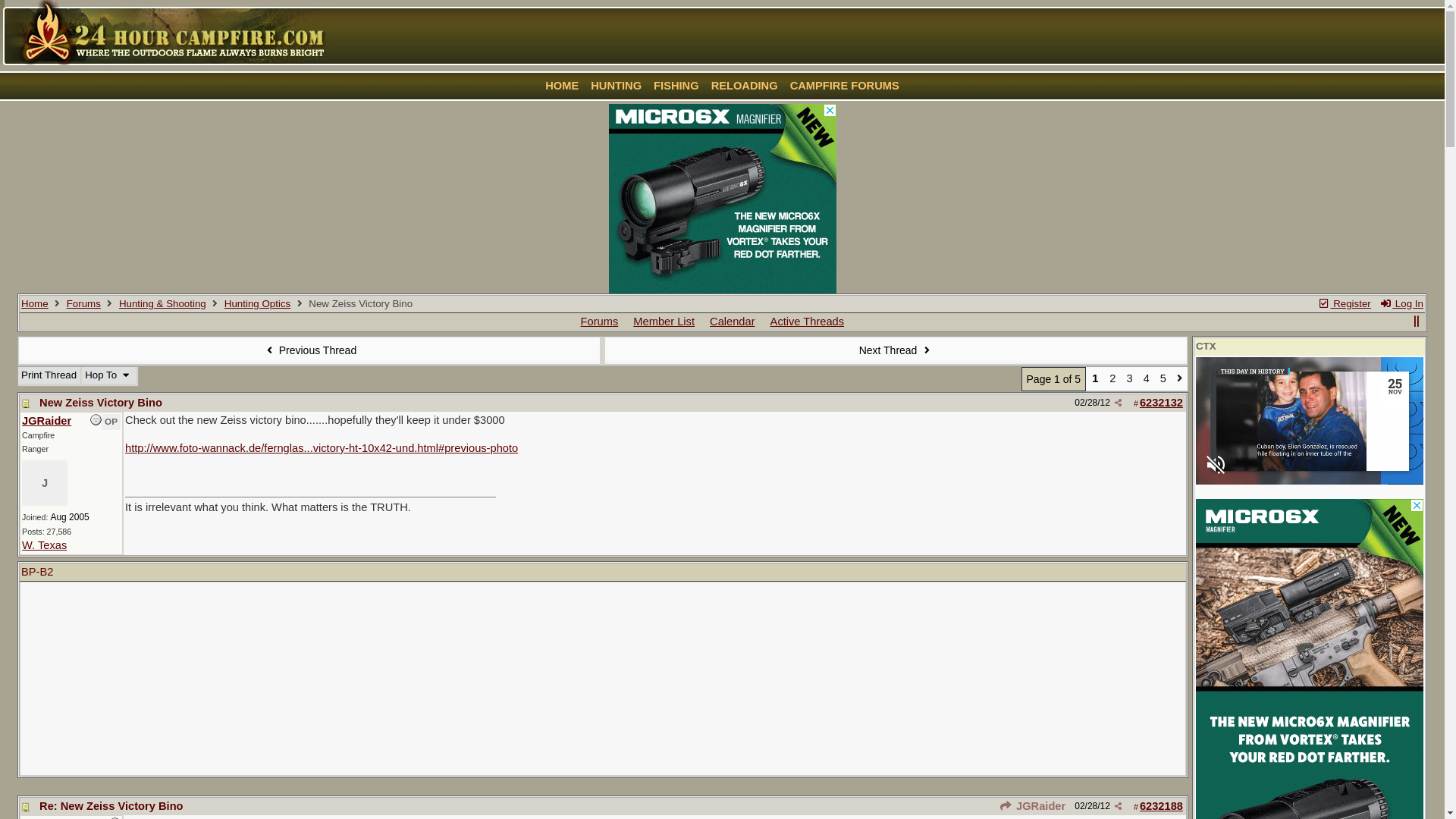 The image size is (1456, 819). What do you see at coordinates (18, 375) in the screenshot?
I see `'Print Thread'` at bounding box center [18, 375].